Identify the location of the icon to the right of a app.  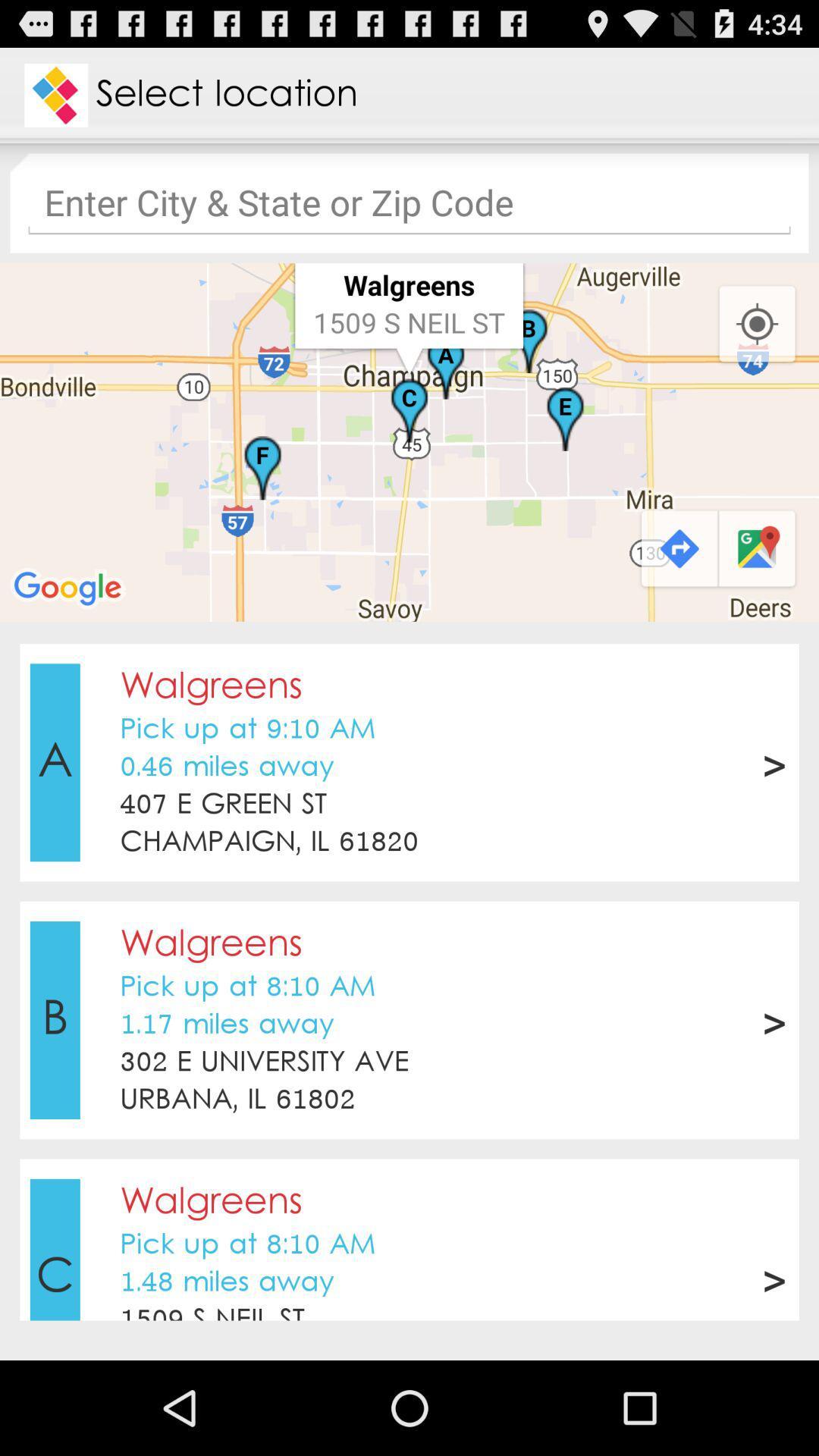
(227, 767).